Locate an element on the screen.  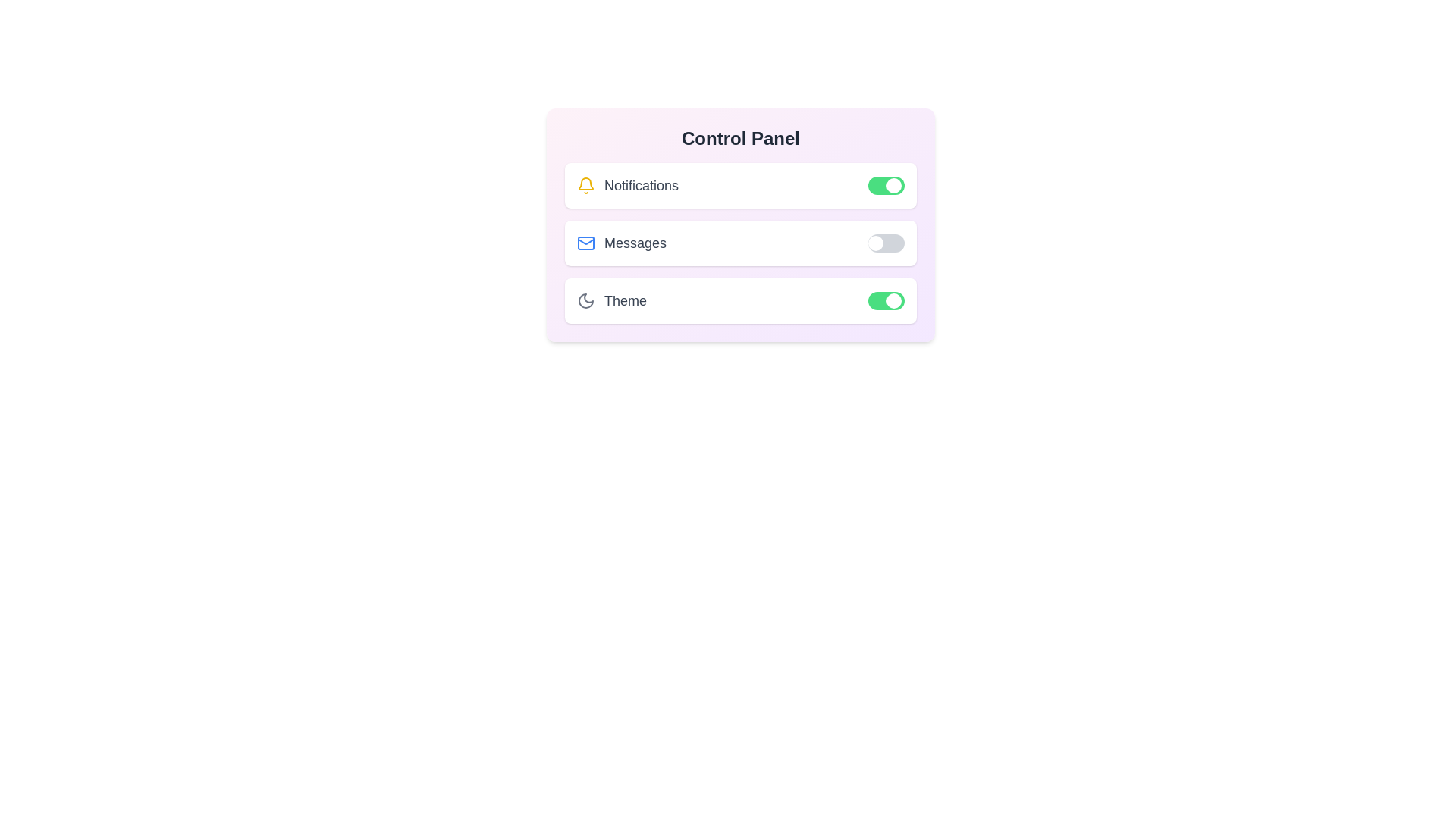
the interactive setting toggle switch for the messaging feature located in the Control Panel is located at coordinates (741, 242).